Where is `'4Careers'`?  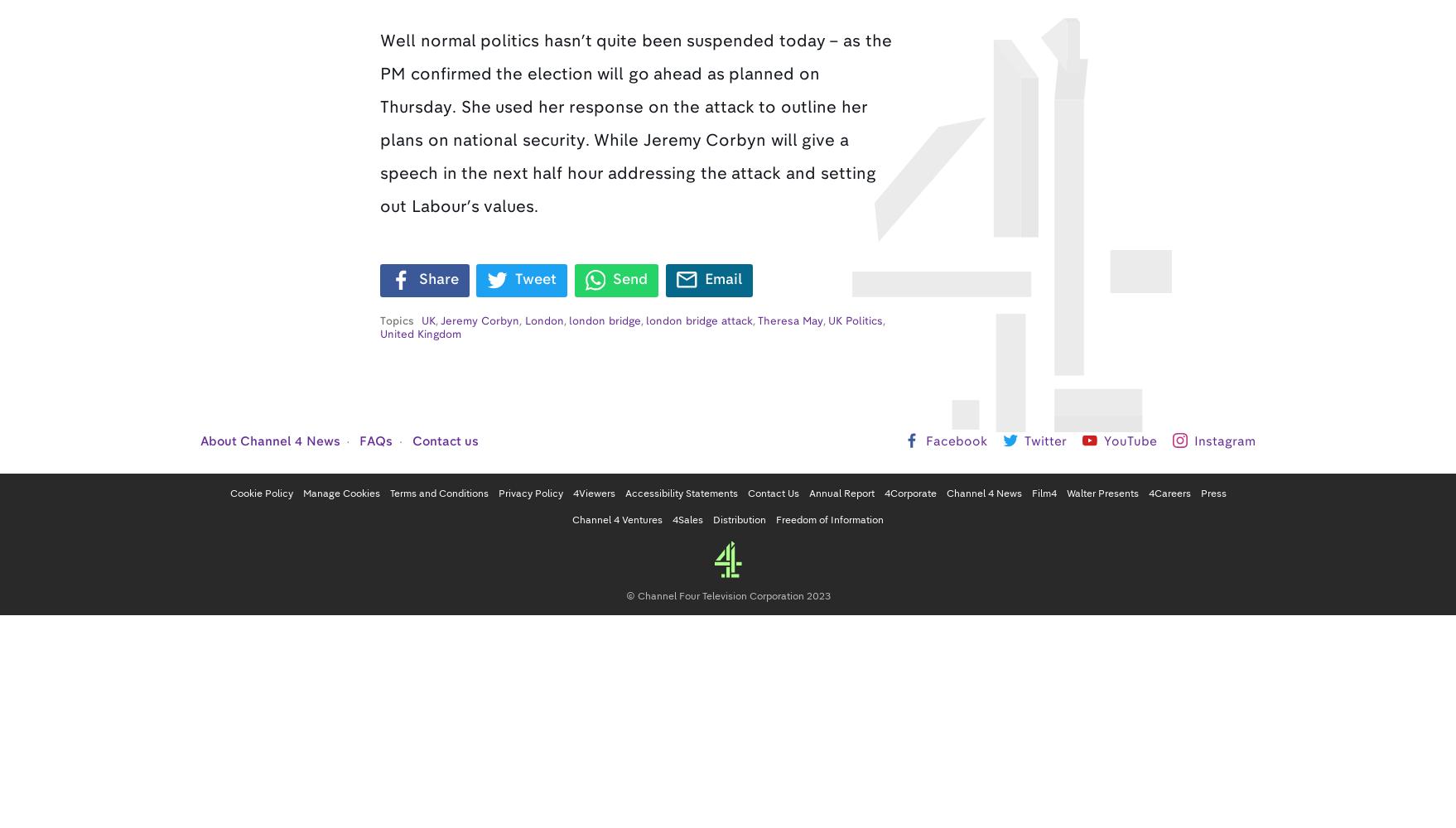
'4Careers' is located at coordinates (1168, 492).